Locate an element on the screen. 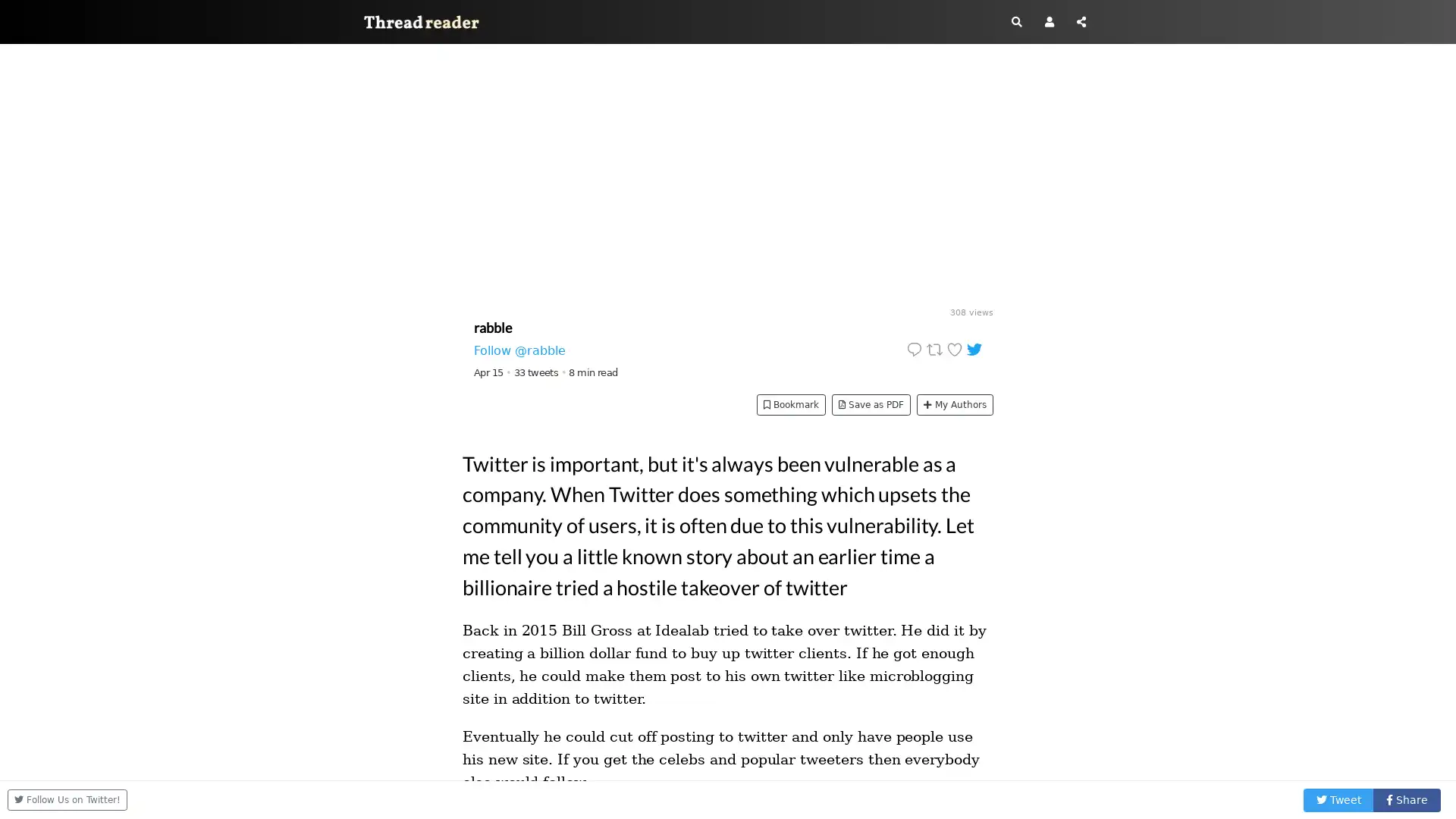 The width and height of the screenshot is (1456, 819). Save as PDF is located at coordinates (871, 403).